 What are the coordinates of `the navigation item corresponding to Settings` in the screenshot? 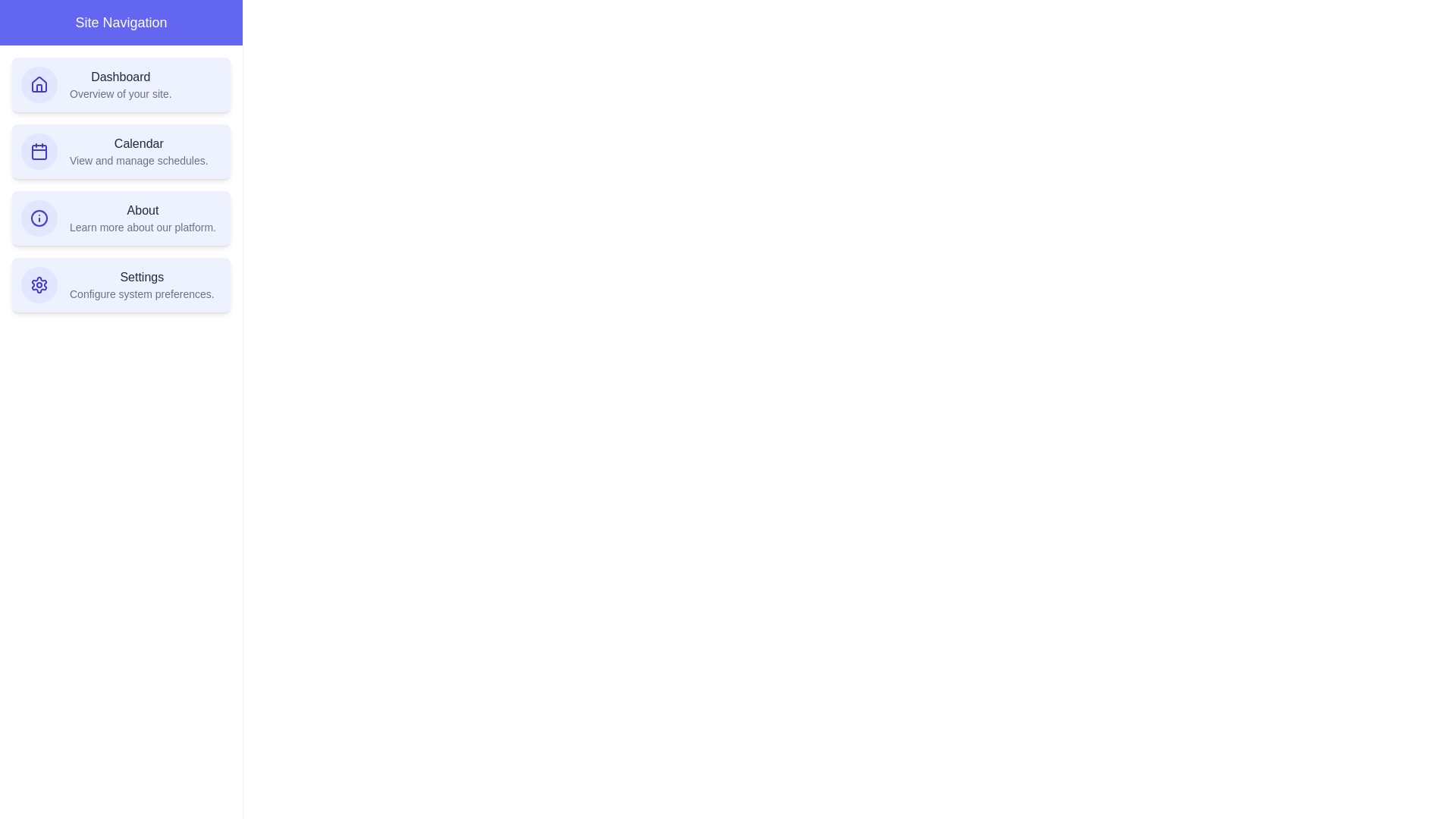 It's located at (120, 284).